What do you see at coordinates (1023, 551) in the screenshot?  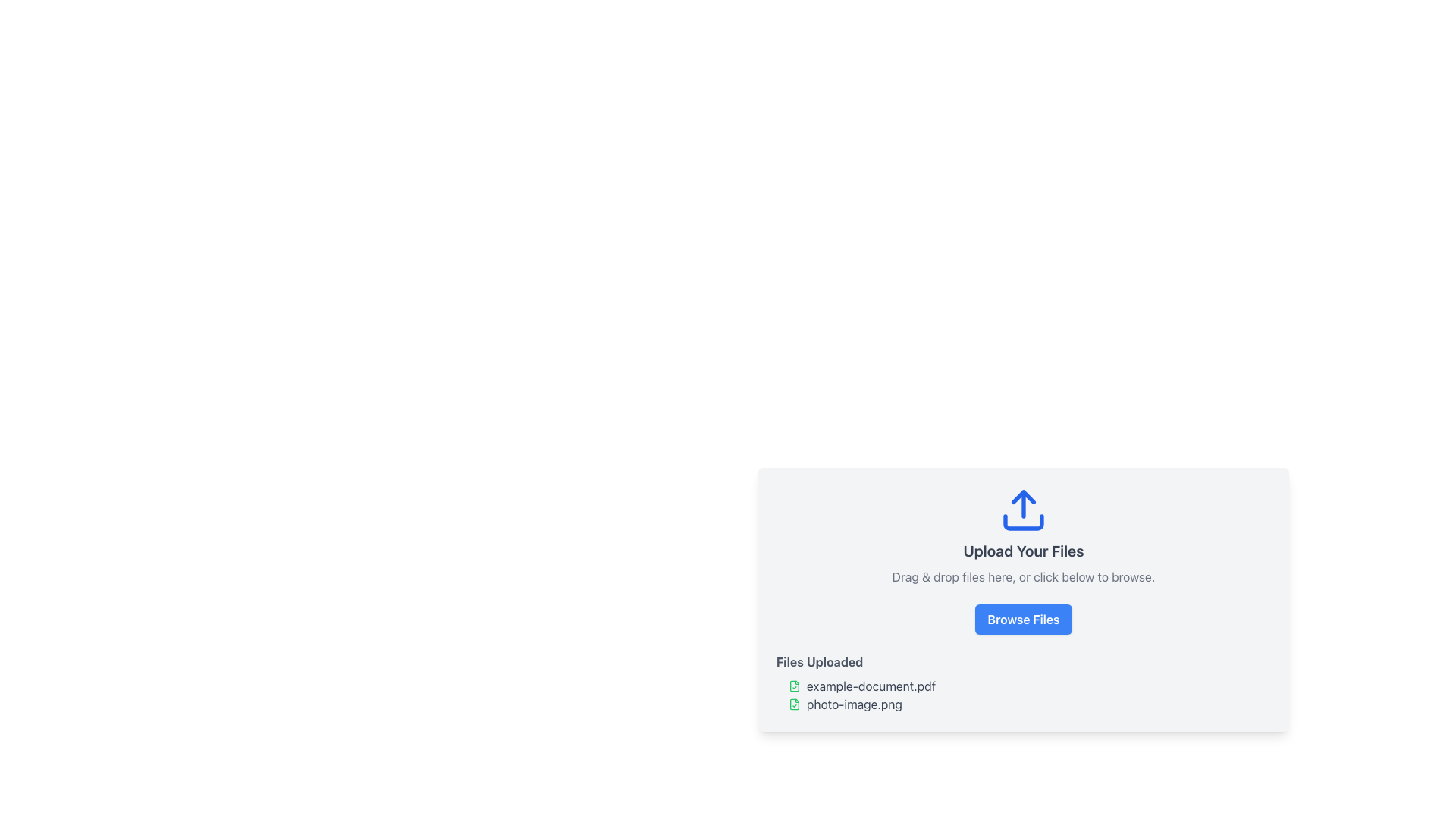 I see `the text label that reads 'Upload Your Files', which has a bold font style and is centrally positioned beneath a blue upload icon` at bounding box center [1023, 551].